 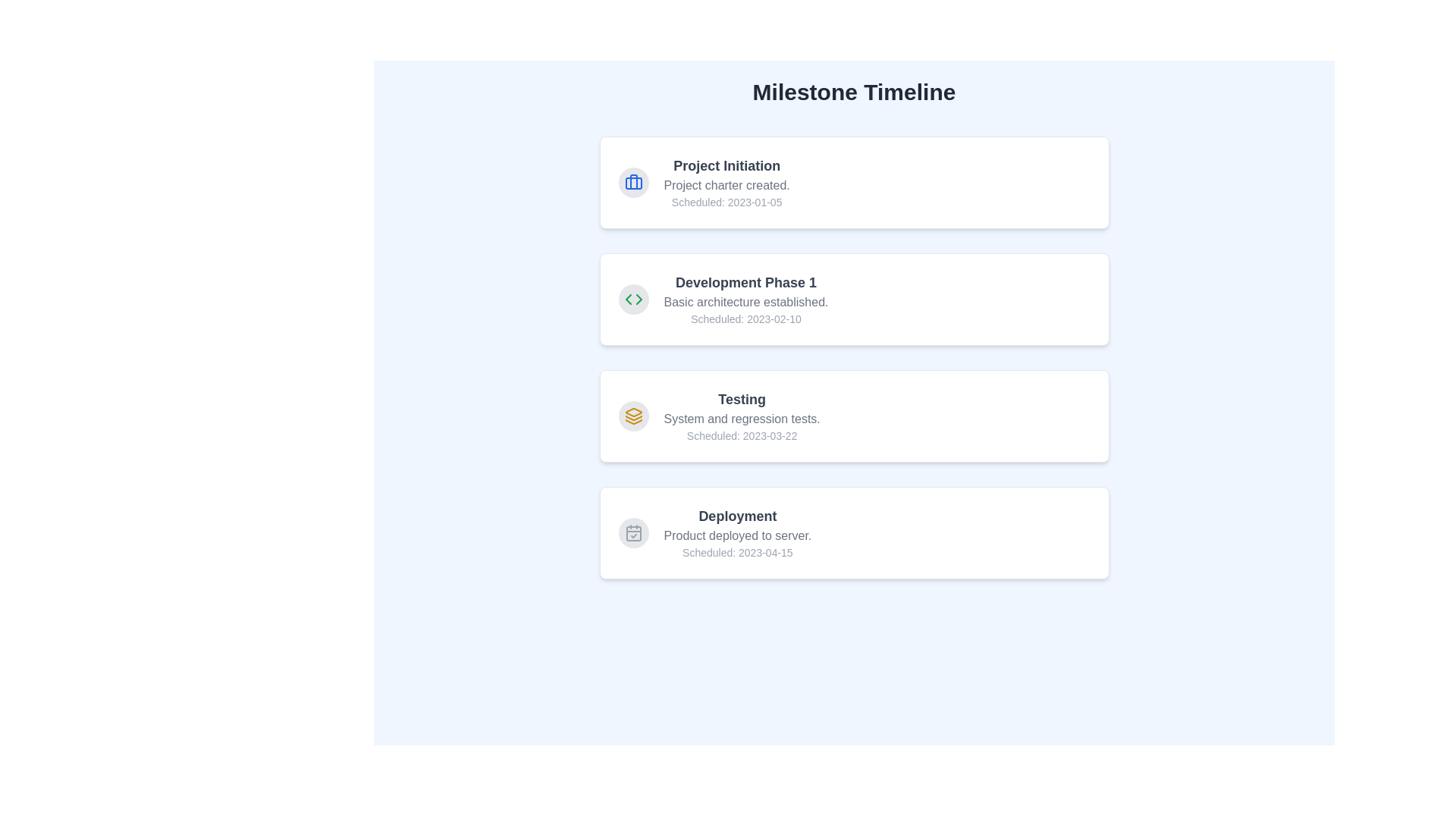 I want to click on heading text located at the top of the main content section, which serves as a title for the timeline section, so click(x=854, y=93).